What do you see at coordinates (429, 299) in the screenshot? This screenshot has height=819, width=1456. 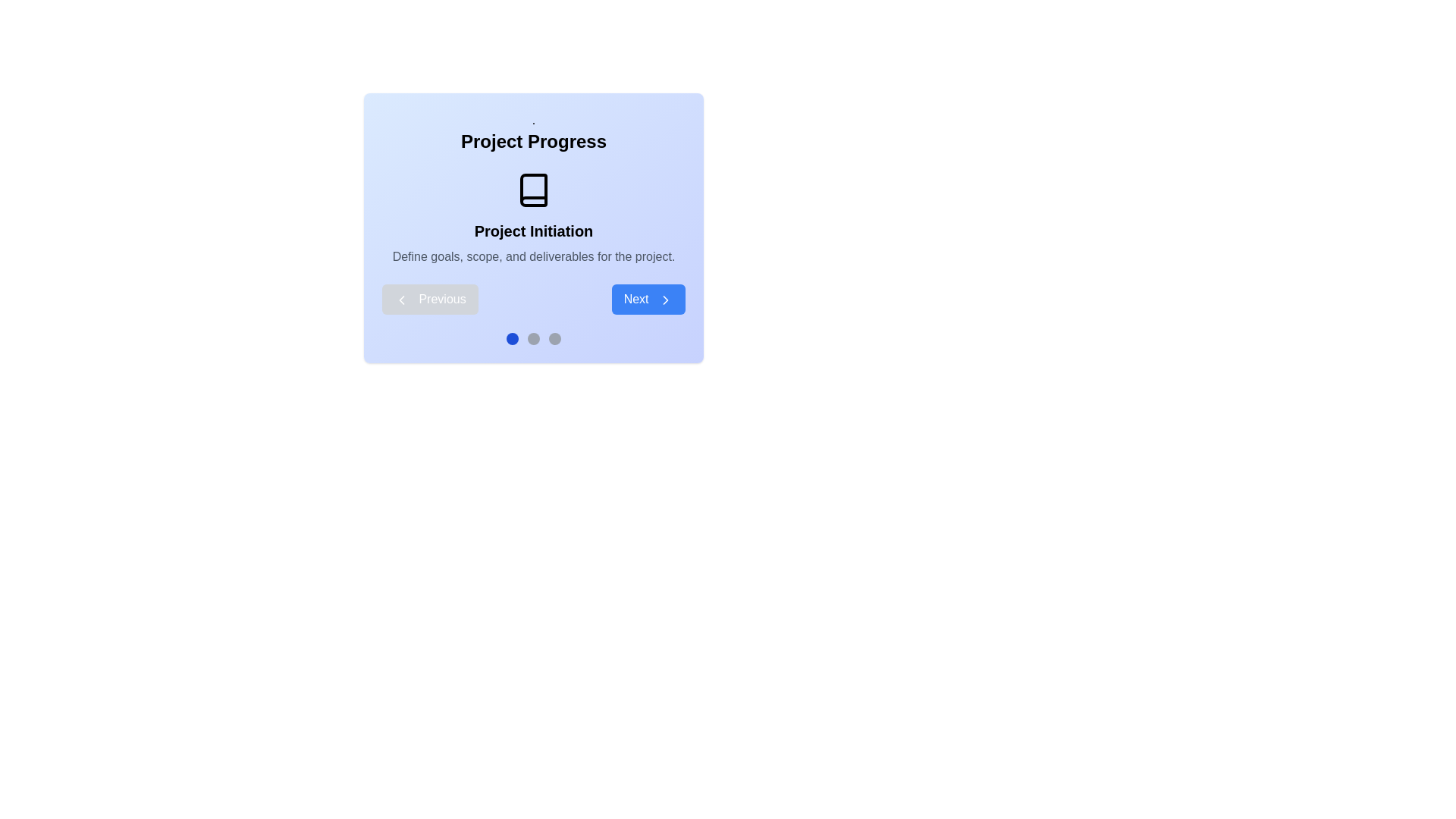 I see `the button located at the bottom left of the panel` at bounding box center [429, 299].